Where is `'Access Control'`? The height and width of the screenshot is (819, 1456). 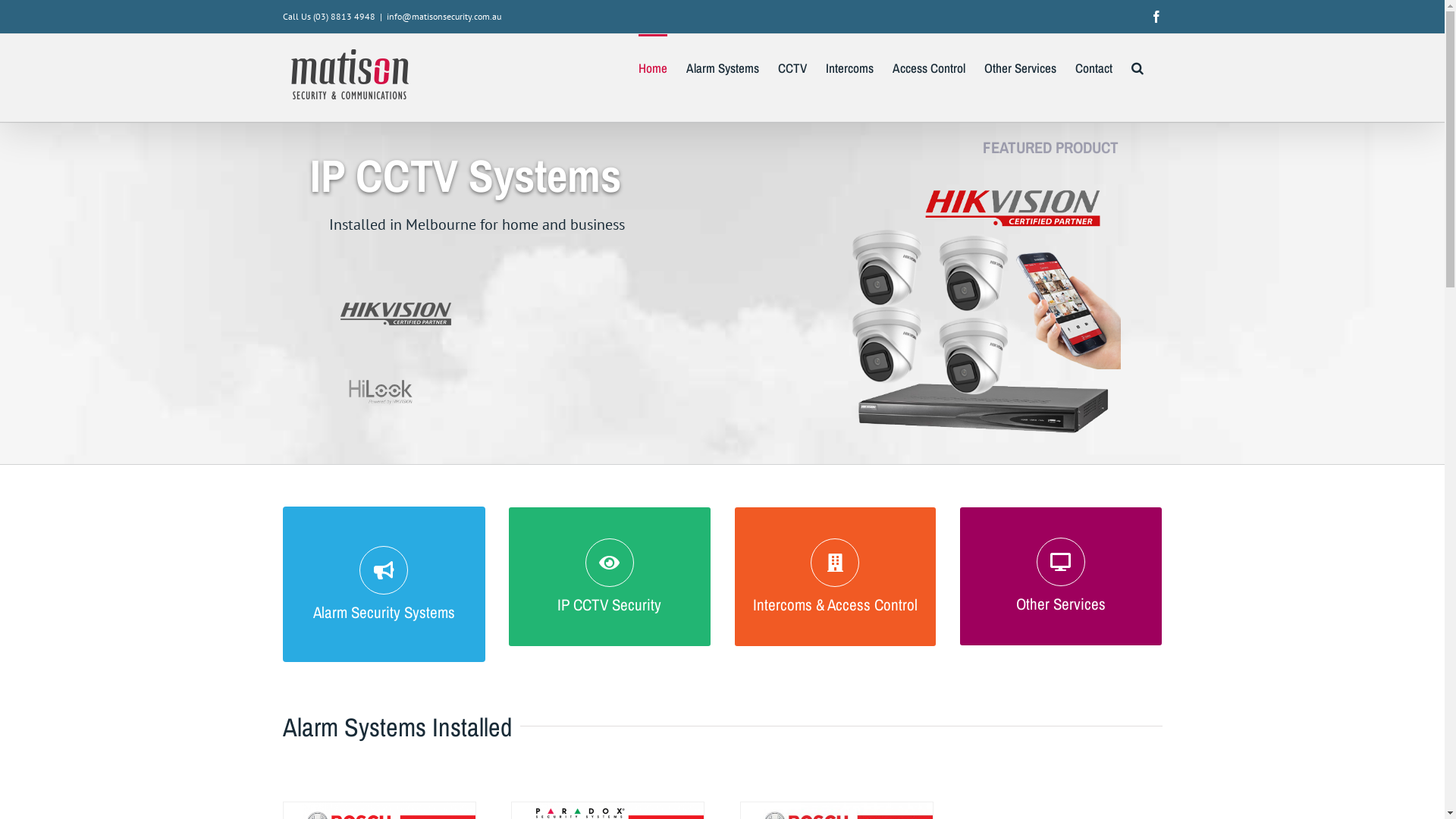
'Access Control' is located at coordinates (927, 66).